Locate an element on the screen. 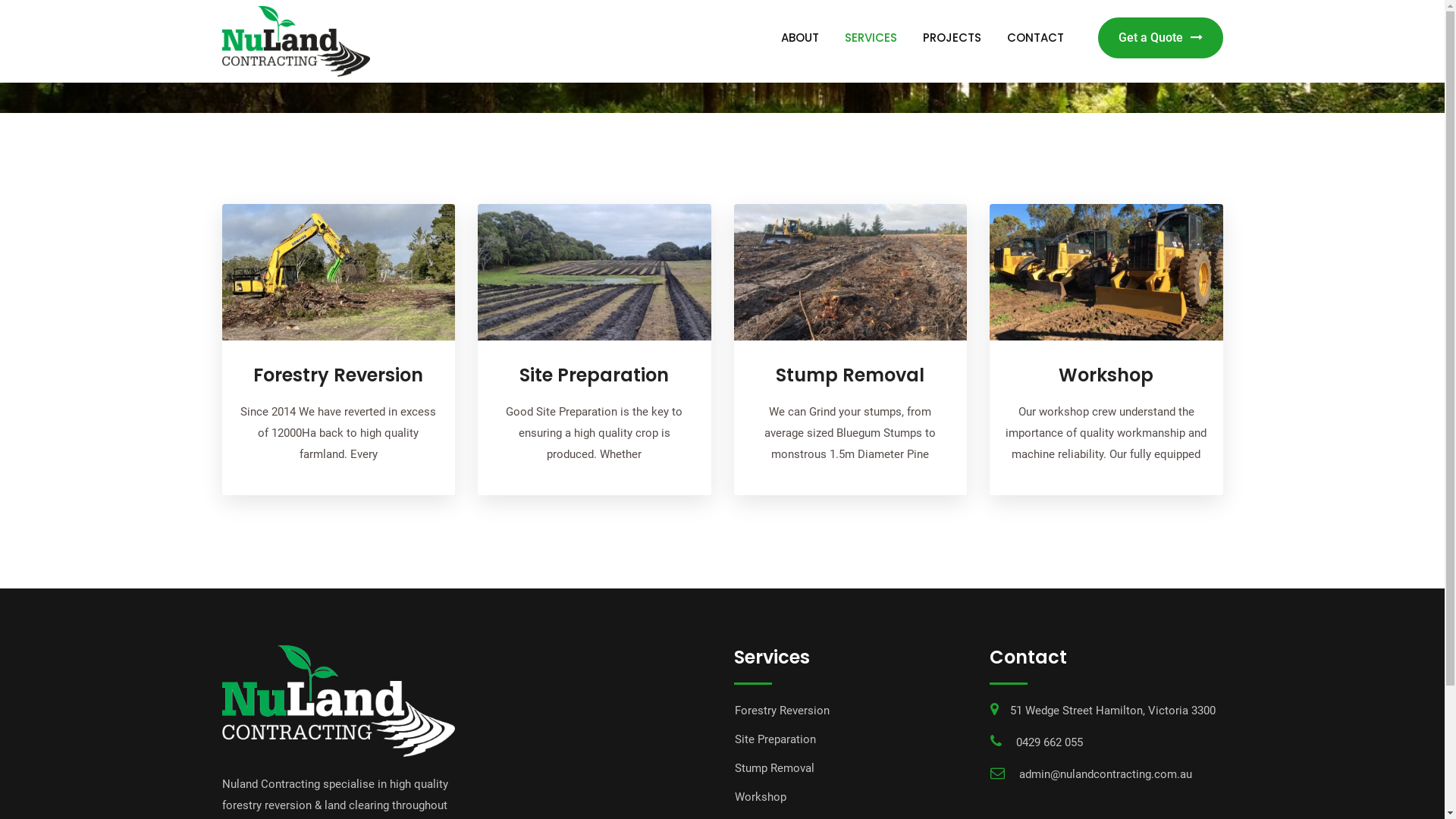 The image size is (1456, 819). 'CONTACT' is located at coordinates (1034, 37).